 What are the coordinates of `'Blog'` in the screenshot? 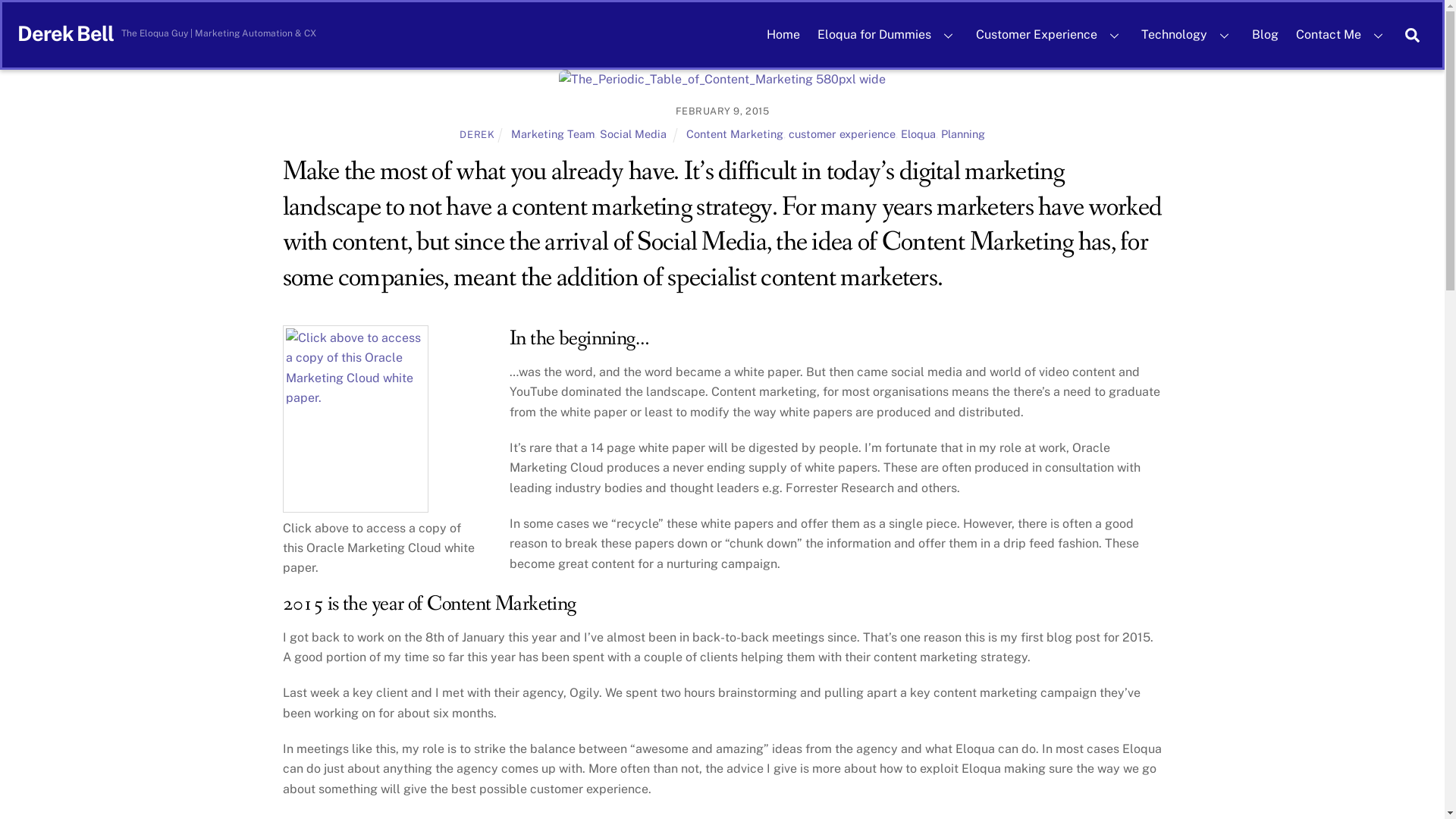 It's located at (1244, 34).